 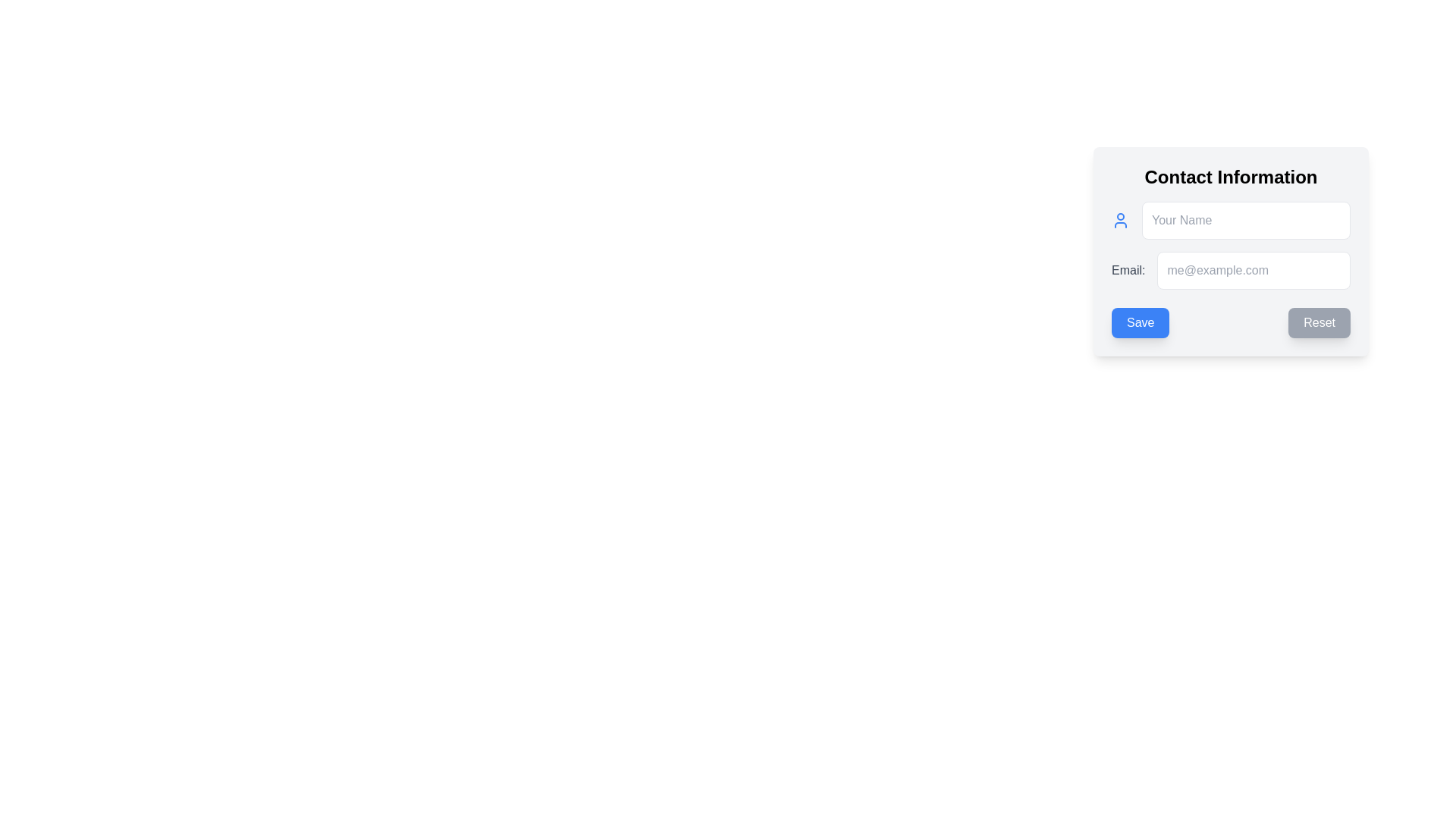 What do you see at coordinates (1128, 270) in the screenshot?
I see `text of the label 'Email:' which is styled in gray color and positioned to the left of the email input field` at bounding box center [1128, 270].